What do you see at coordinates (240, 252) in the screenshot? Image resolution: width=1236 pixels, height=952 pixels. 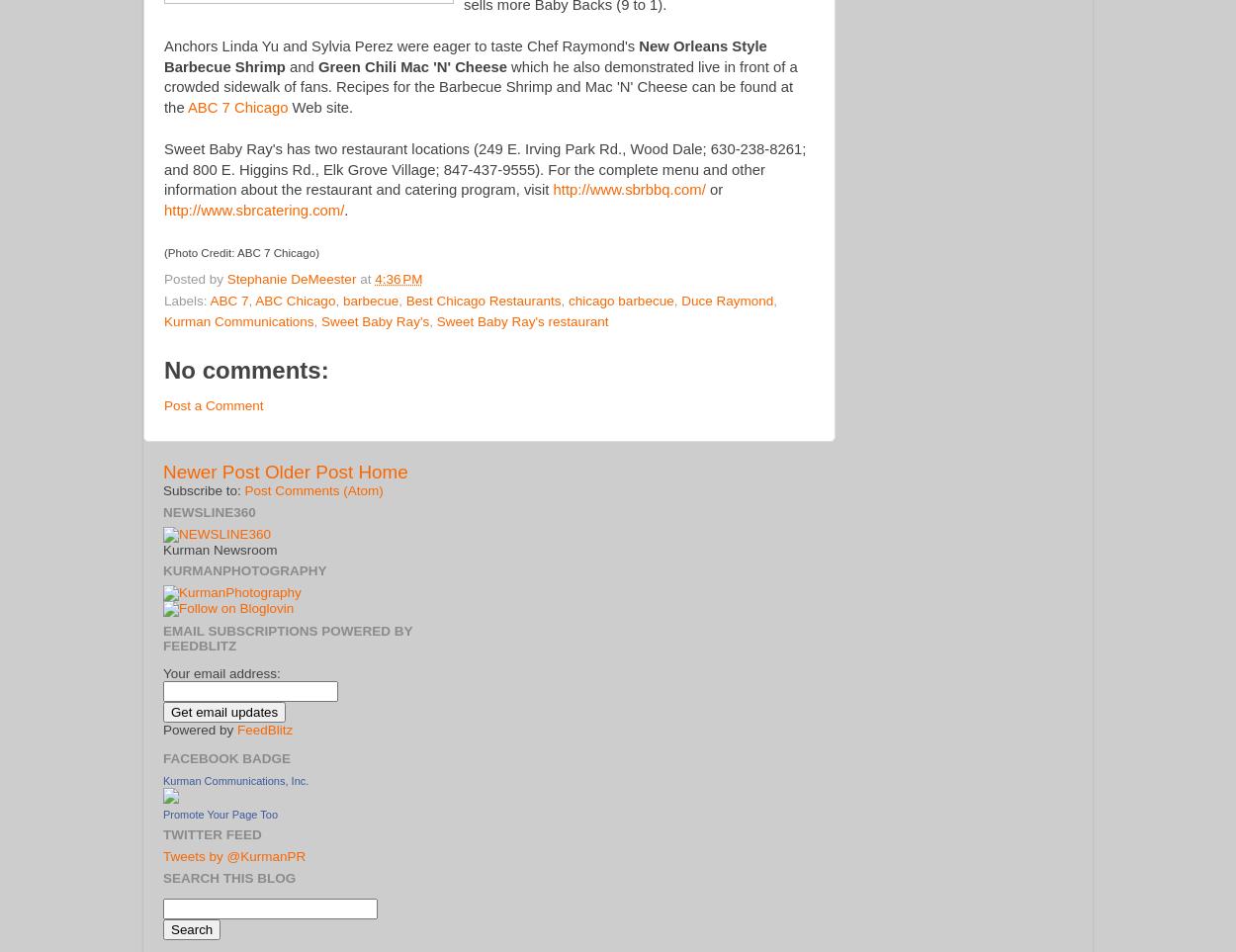 I see `'(Photo Credit: ABC 7 Chicago)'` at bounding box center [240, 252].